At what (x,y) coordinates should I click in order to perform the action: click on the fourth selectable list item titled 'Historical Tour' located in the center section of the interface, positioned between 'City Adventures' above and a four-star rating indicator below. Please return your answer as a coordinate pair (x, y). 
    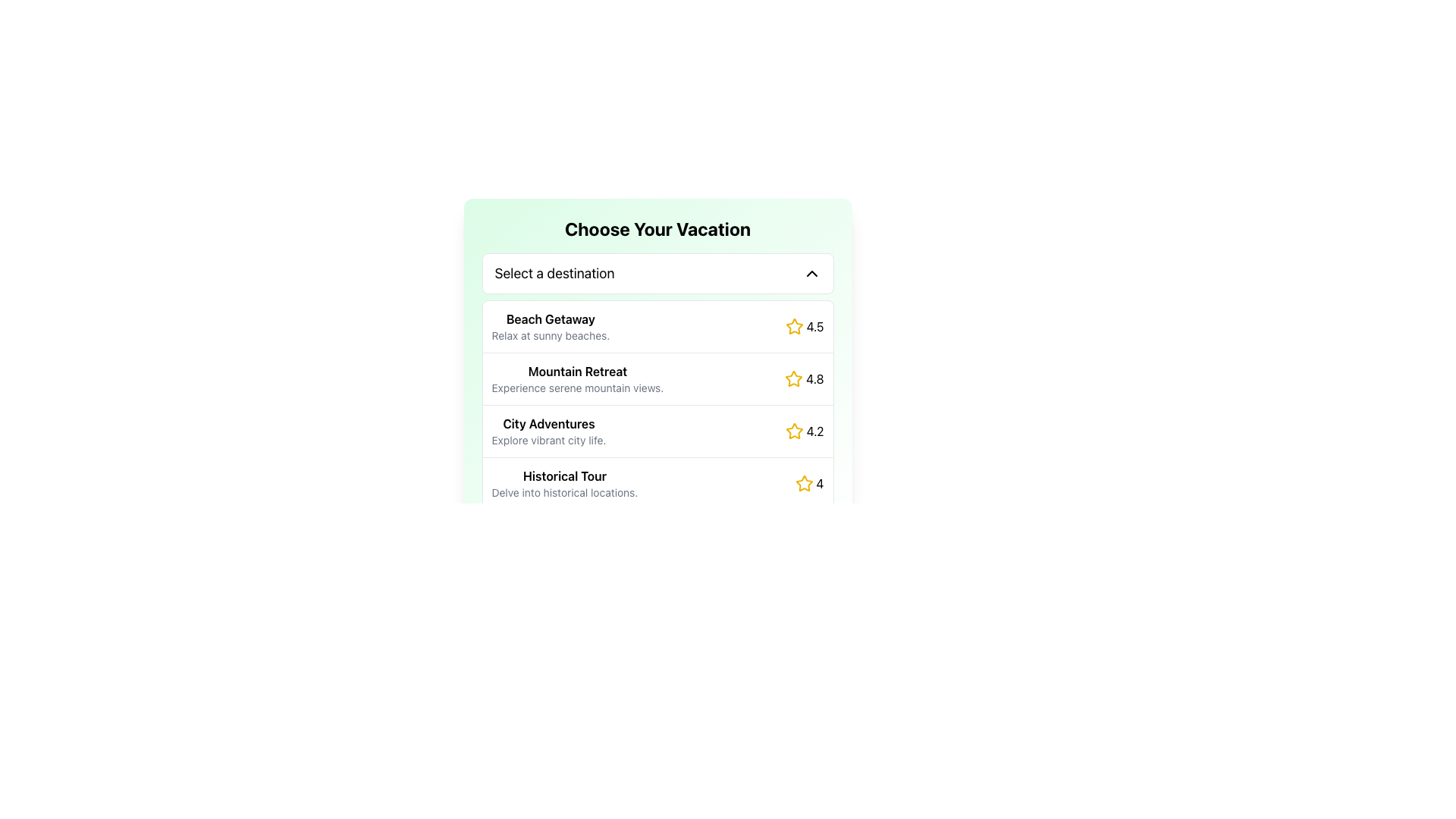
    Looking at the image, I should click on (563, 483).